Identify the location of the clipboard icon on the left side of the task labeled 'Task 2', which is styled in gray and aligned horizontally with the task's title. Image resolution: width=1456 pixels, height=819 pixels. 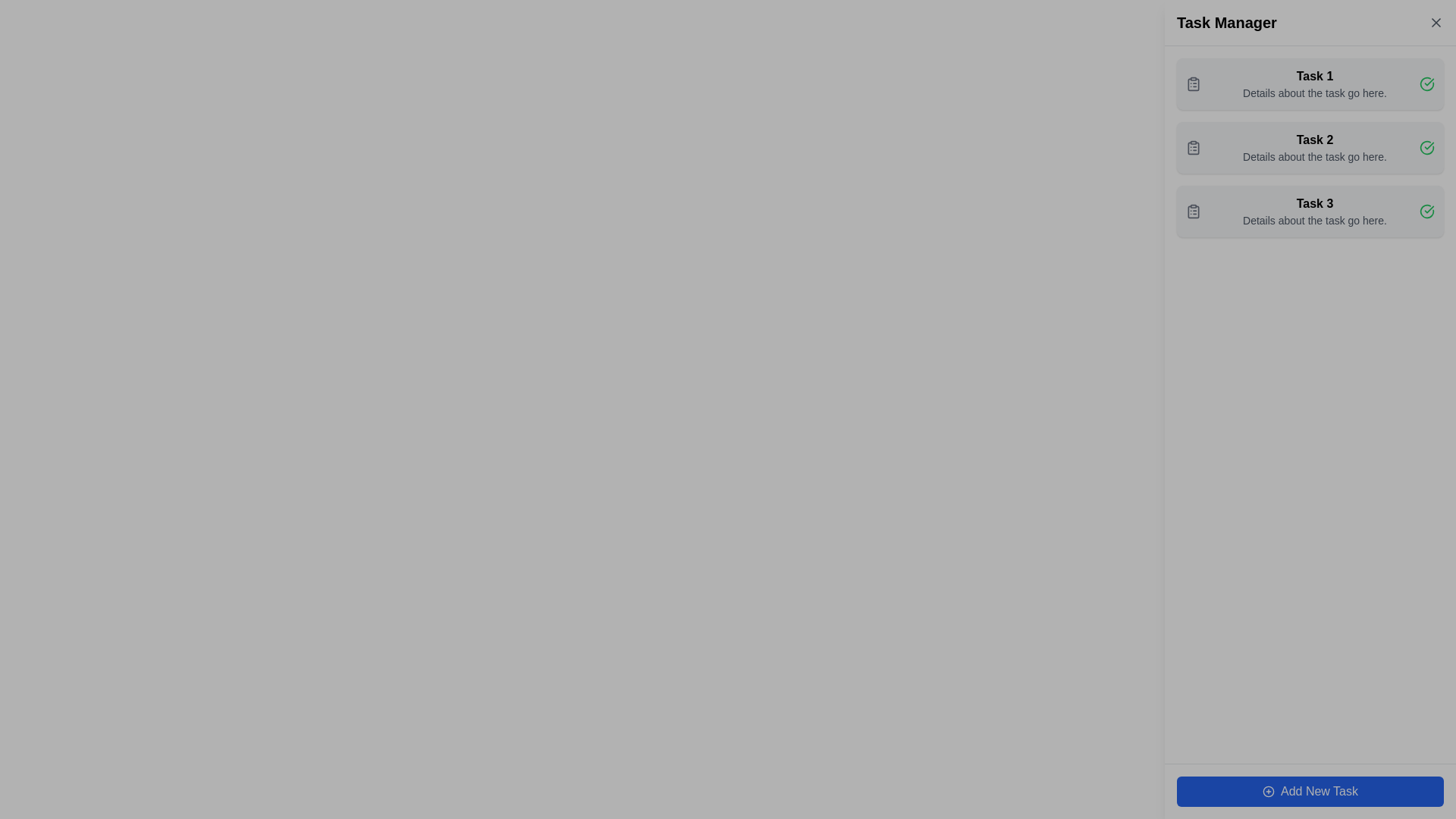
(1193, 148).